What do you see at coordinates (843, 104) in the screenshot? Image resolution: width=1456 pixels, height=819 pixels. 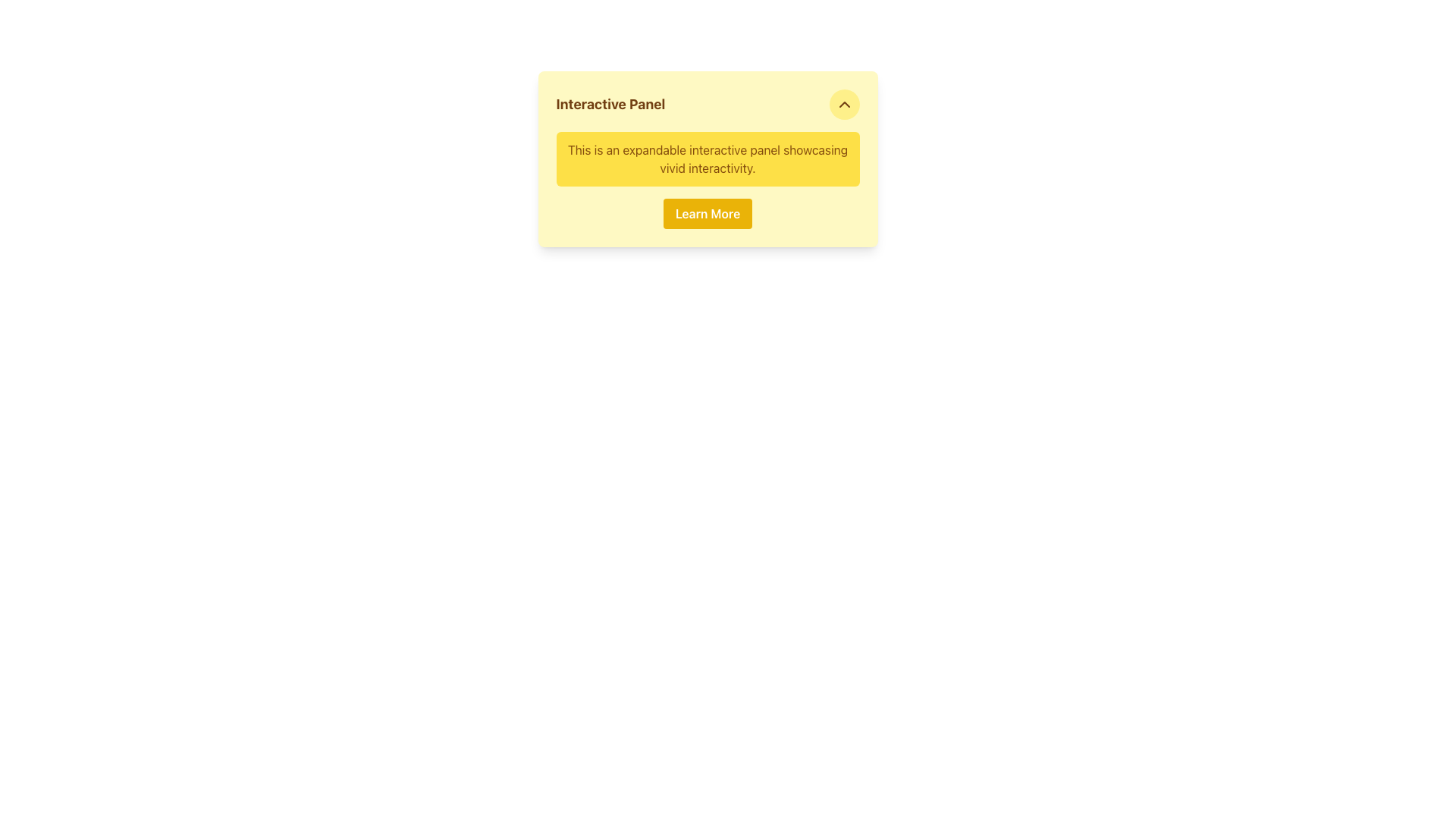 I see `the upward-pointing chevron icon within the light yellow rounded button in the top-right corner of the 'Interactive Panel'` at bounding box center [843, 104].